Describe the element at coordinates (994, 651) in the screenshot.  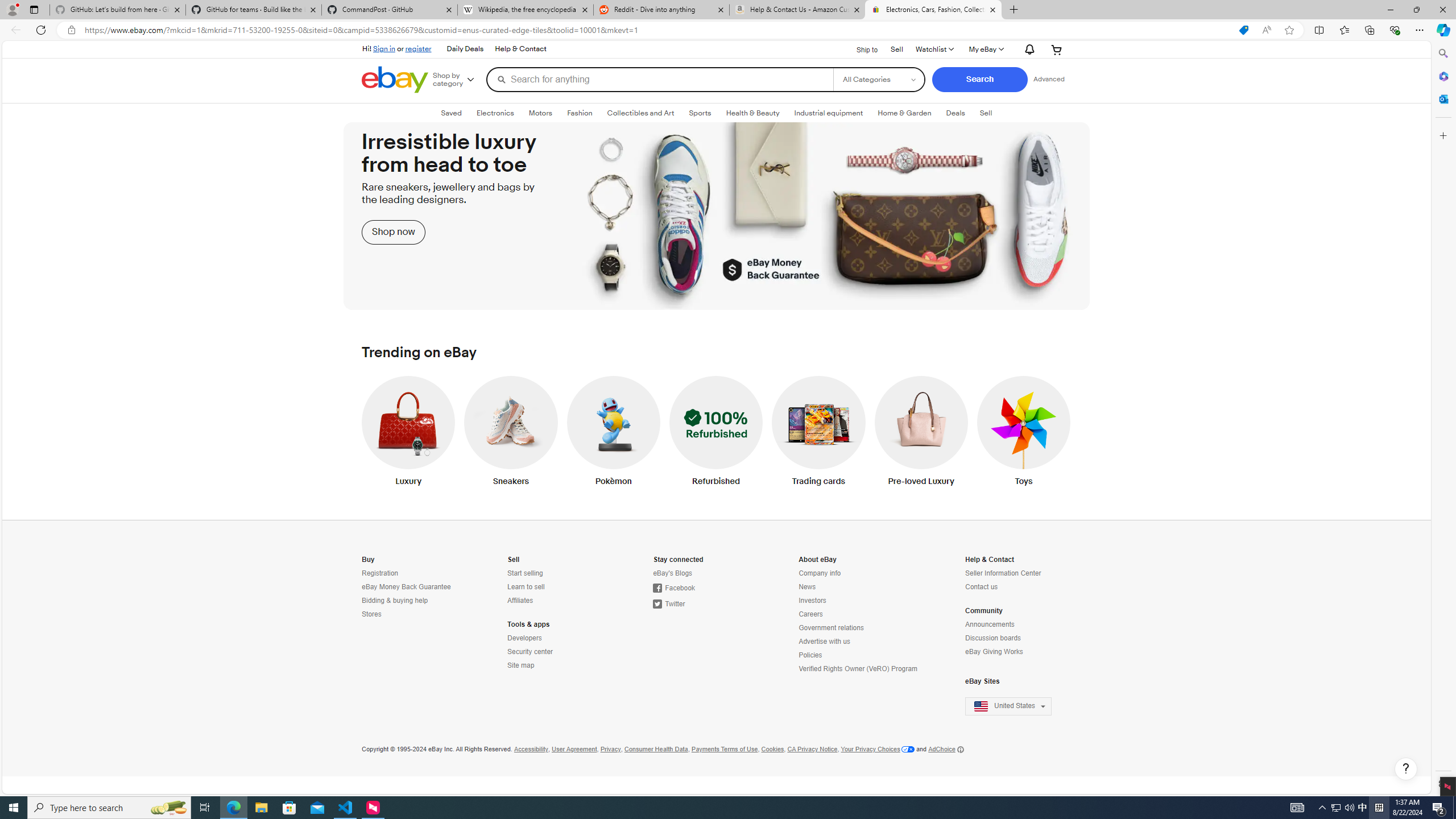
I see `'eBay Giving Works'` at that location.